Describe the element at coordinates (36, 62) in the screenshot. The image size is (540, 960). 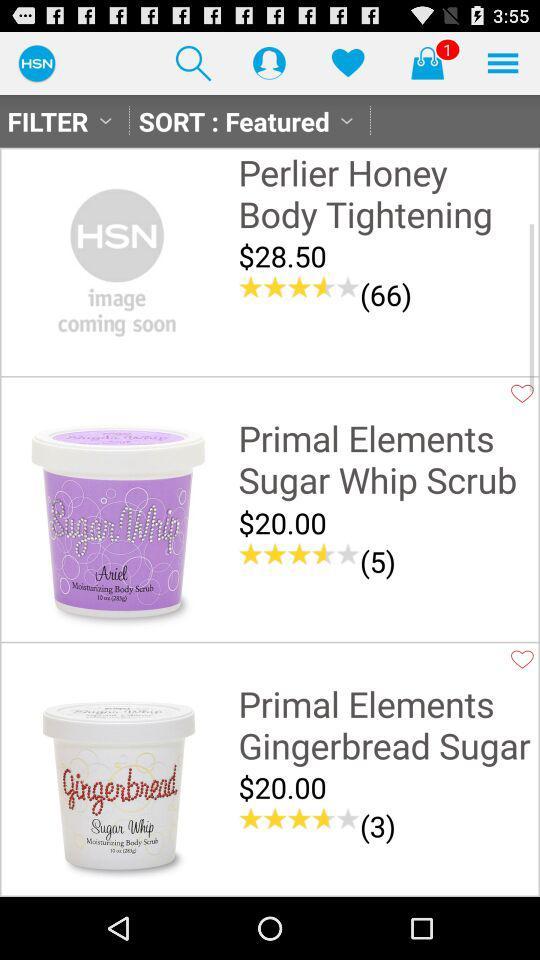
I see `top left hsn blue circle icon which is left to search icon` at that location.